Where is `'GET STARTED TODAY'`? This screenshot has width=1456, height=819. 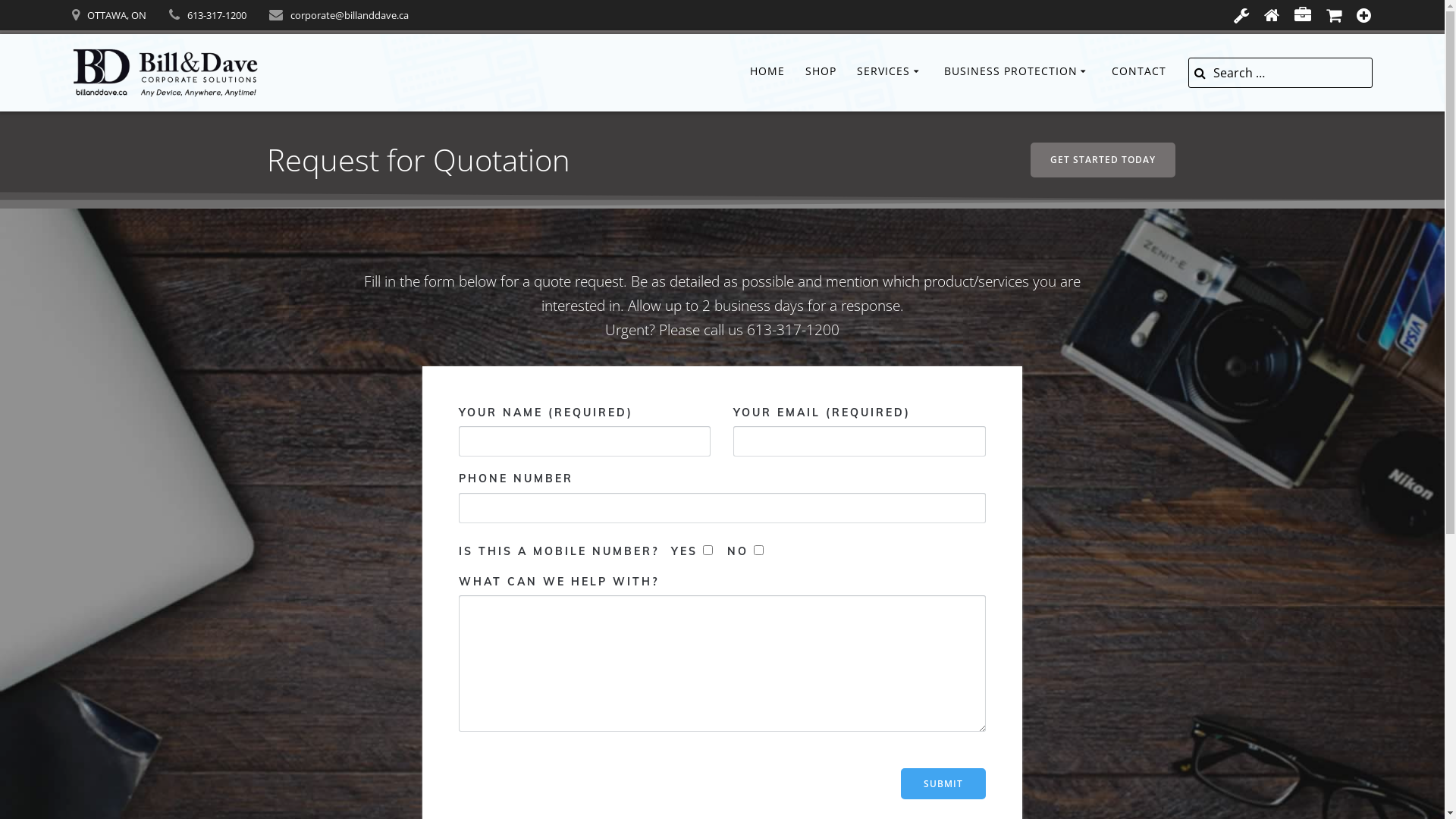
'GET STARTED TODAY' is located at coordinates (1030, 160).